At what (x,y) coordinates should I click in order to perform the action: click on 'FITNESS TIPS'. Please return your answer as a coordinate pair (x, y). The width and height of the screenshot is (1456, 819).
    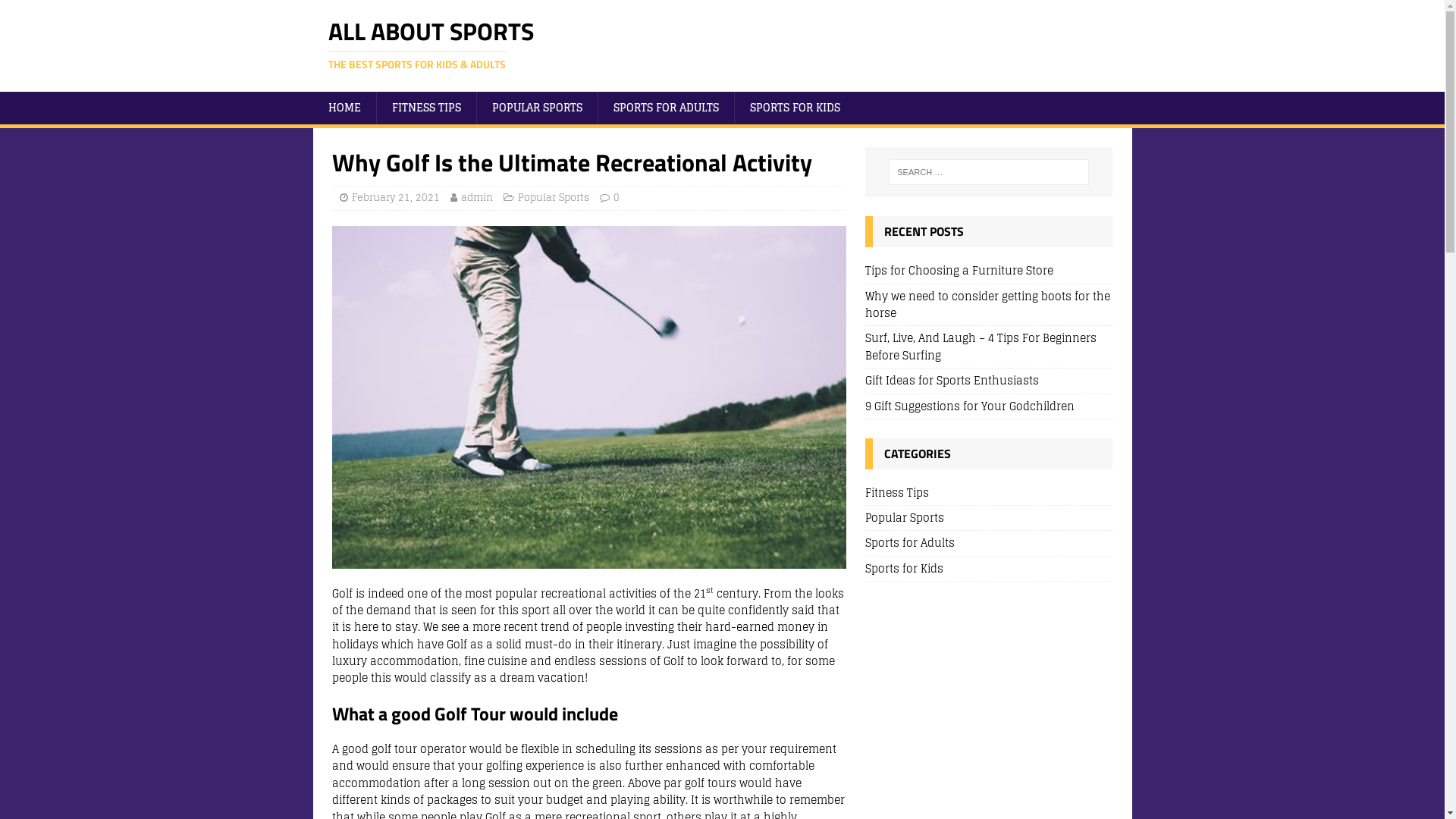
    Looking at the image, I should click on (425, 107).